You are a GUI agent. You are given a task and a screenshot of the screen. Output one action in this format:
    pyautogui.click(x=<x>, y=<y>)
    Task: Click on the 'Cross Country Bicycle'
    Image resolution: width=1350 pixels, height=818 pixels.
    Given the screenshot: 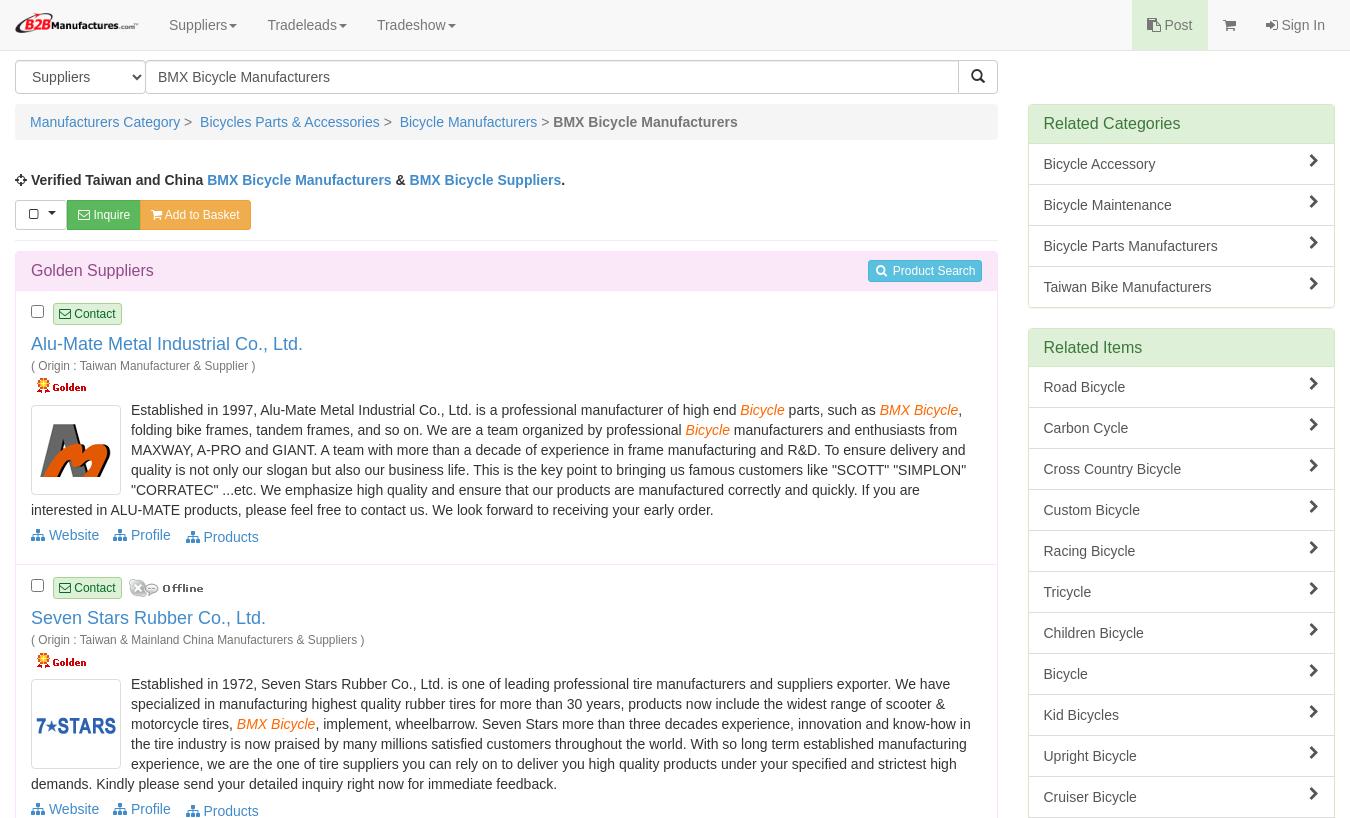 What is the action you would take?
    pyautogui.click(x=1111, y=467)
    